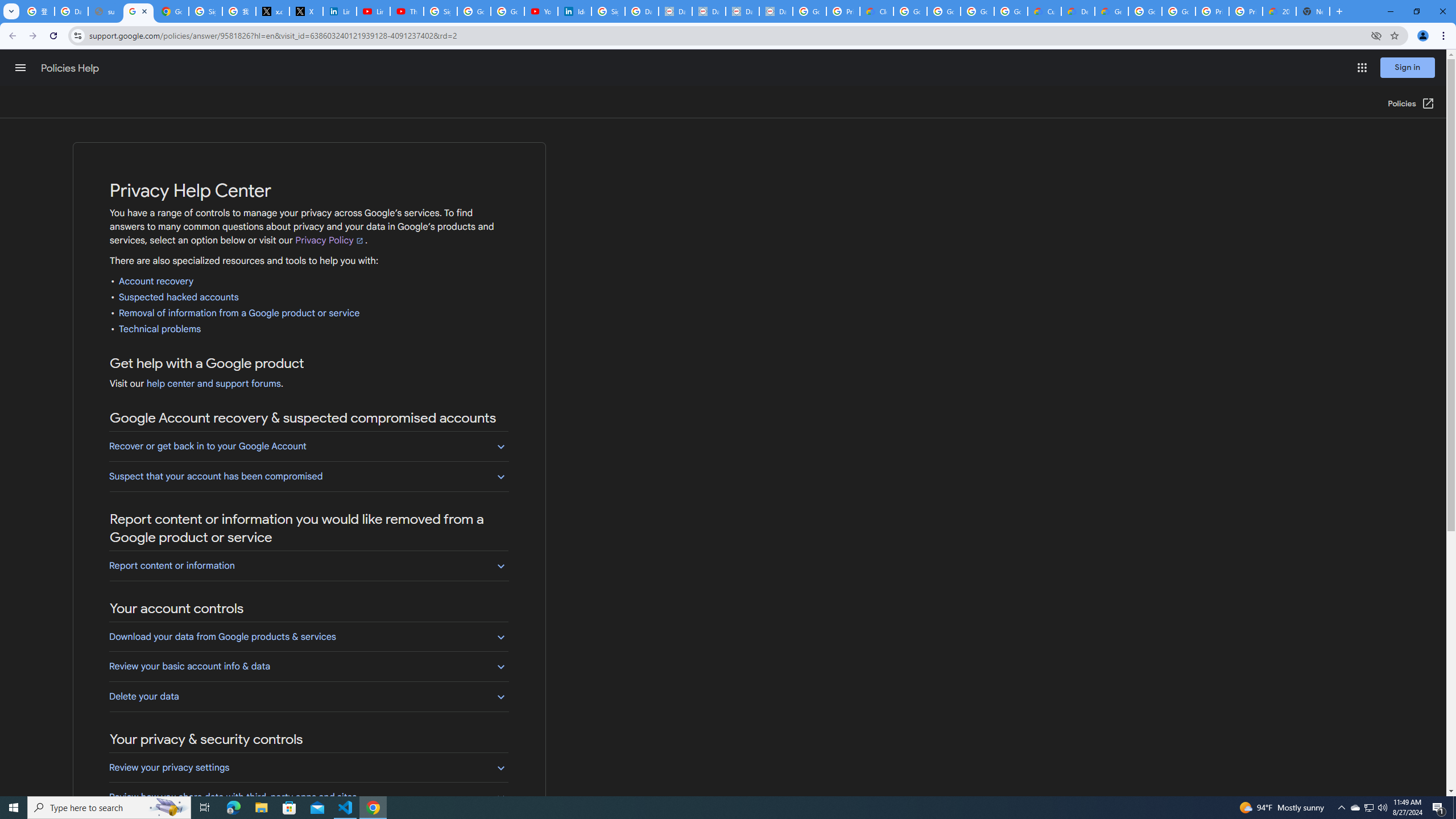  Describe the element at coordinates (338, 11) in the screenshot. I see `'LinkedIn Privacy Policy'` at that location.